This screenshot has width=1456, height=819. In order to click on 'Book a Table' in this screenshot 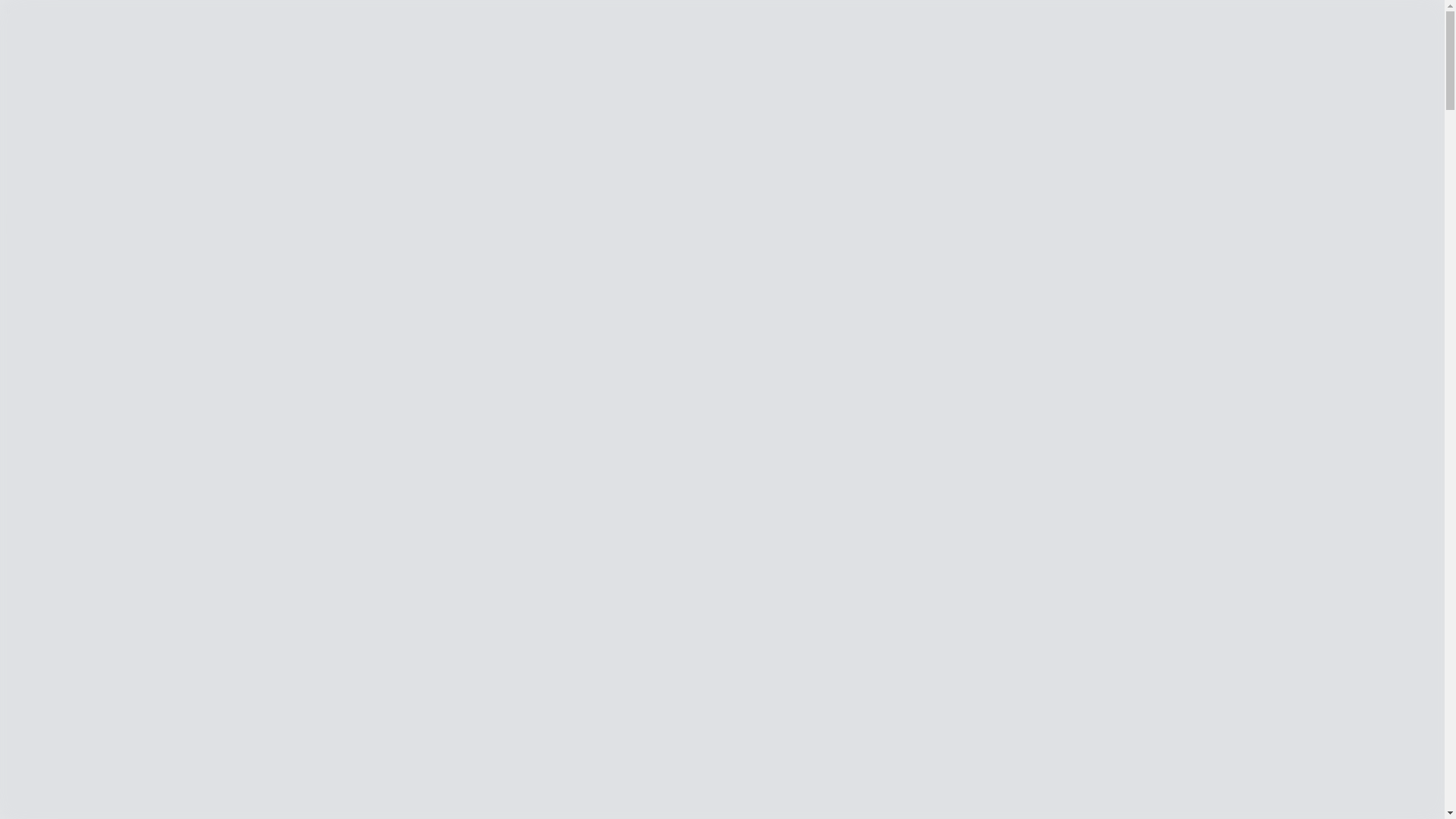, I will do `click(737, 581)`.